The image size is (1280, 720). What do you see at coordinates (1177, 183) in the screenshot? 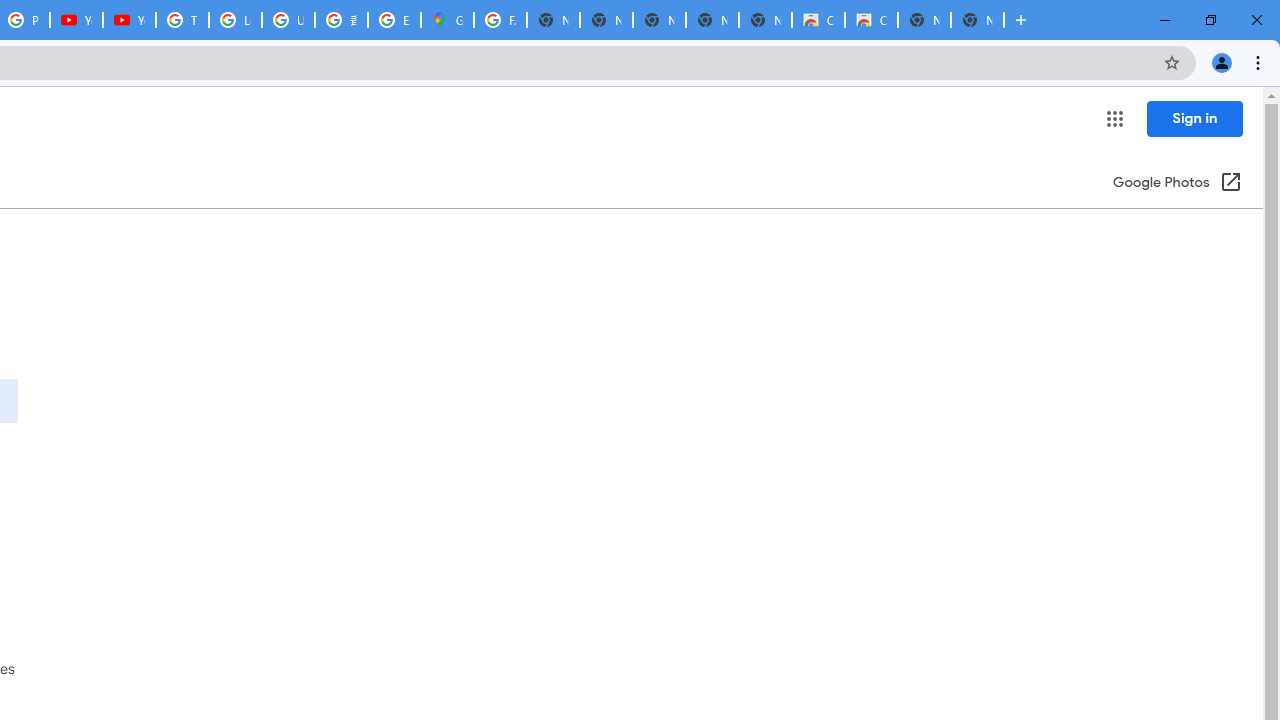
I see `'Google Photos (Open in a new window)'` at bounding box center [1177, 183].